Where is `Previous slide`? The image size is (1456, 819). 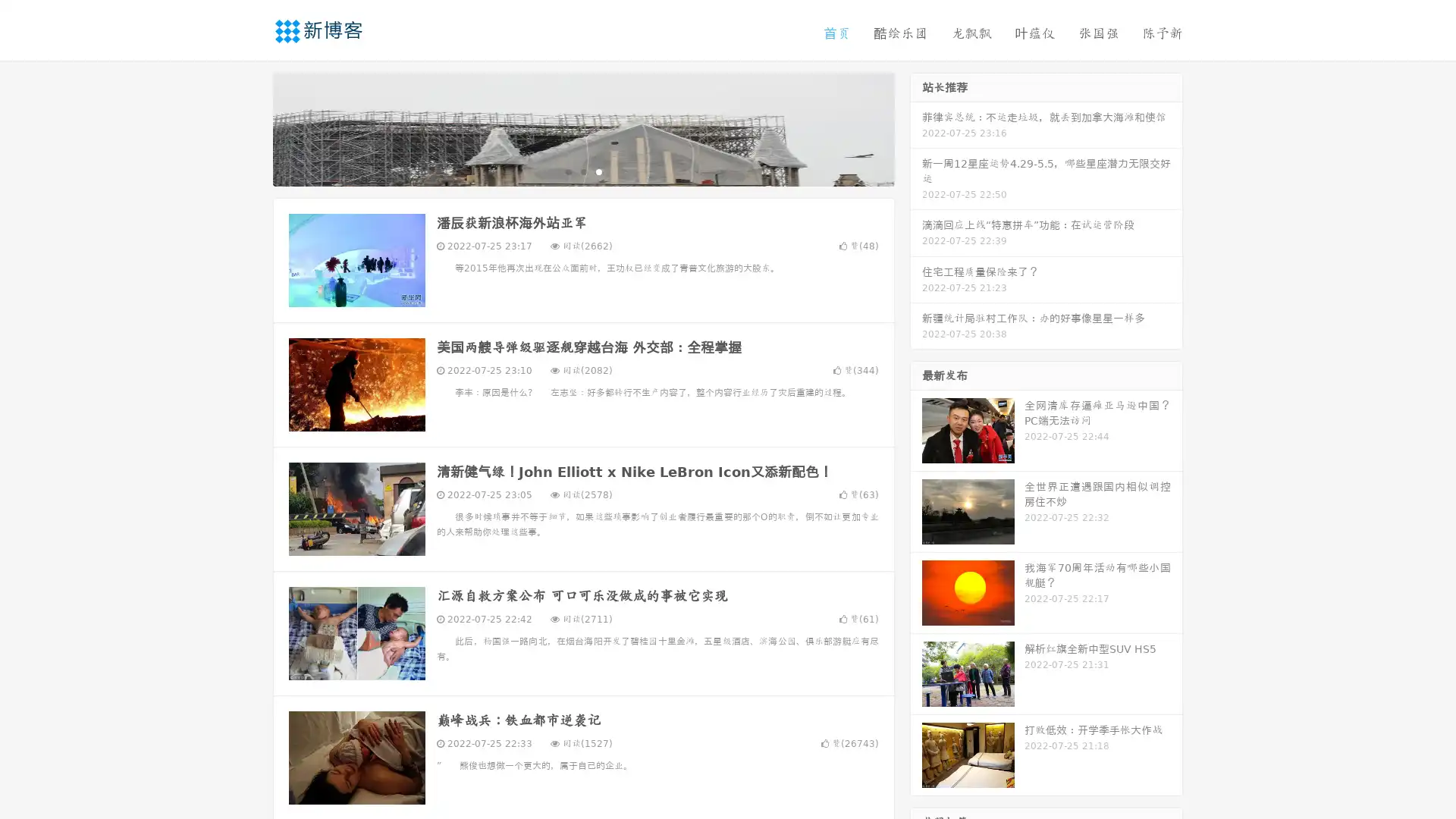
Previous slide is located at coordinates (250, 127).